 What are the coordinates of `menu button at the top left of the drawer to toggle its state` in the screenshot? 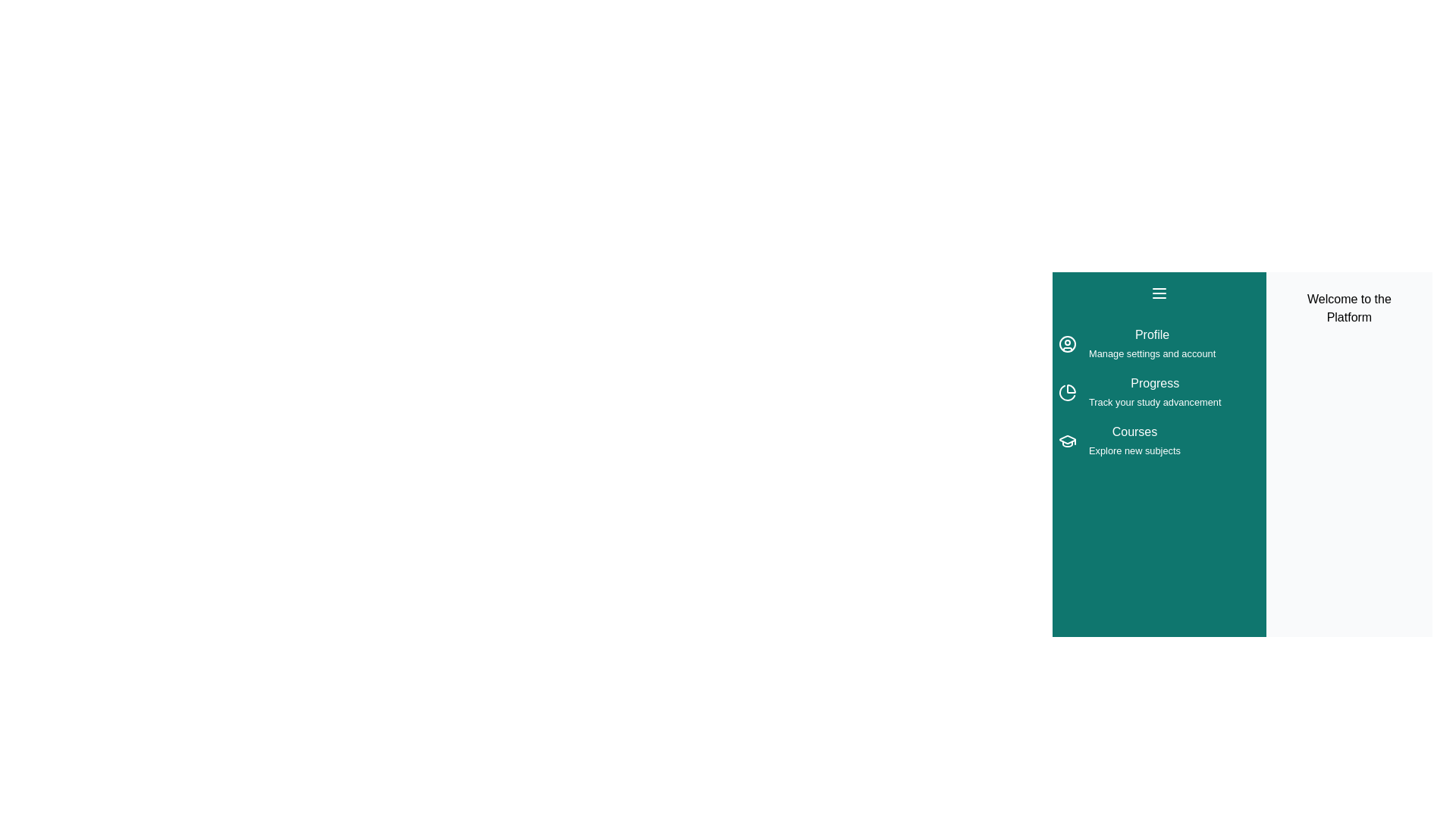 It's located at (1158, 293).